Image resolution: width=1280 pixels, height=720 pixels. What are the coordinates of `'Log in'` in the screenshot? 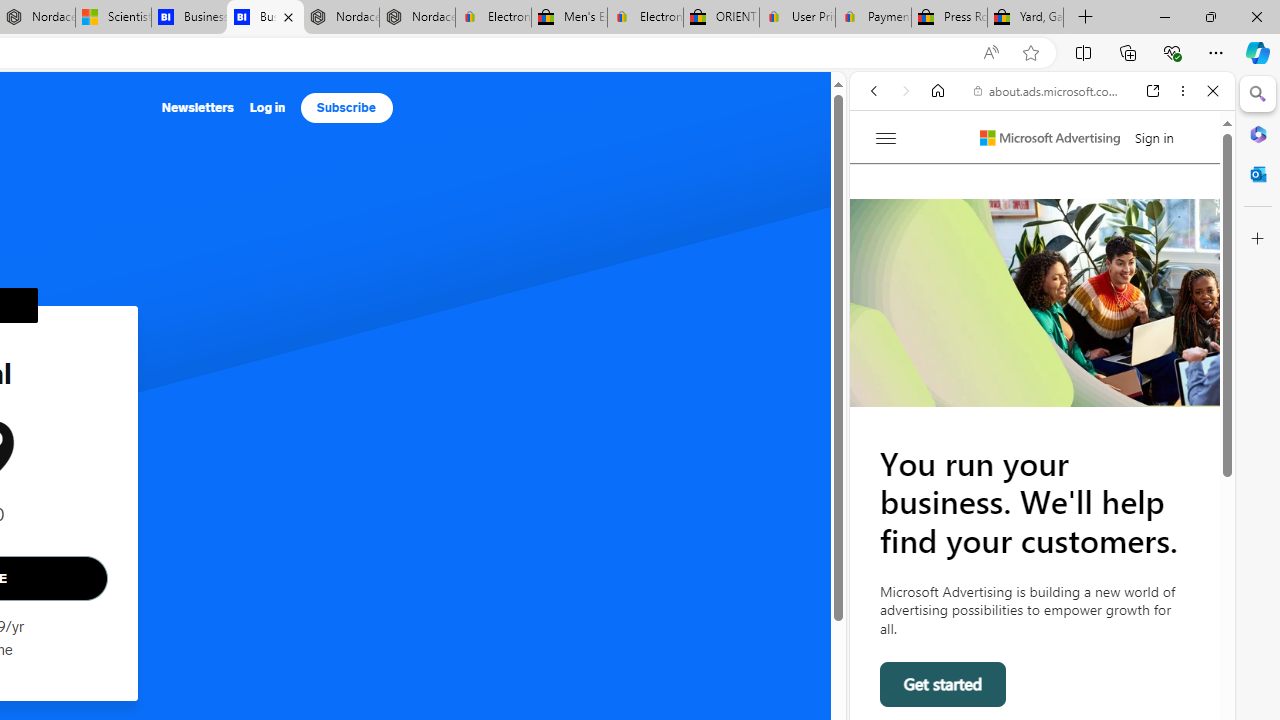 It's located at (266, 108).